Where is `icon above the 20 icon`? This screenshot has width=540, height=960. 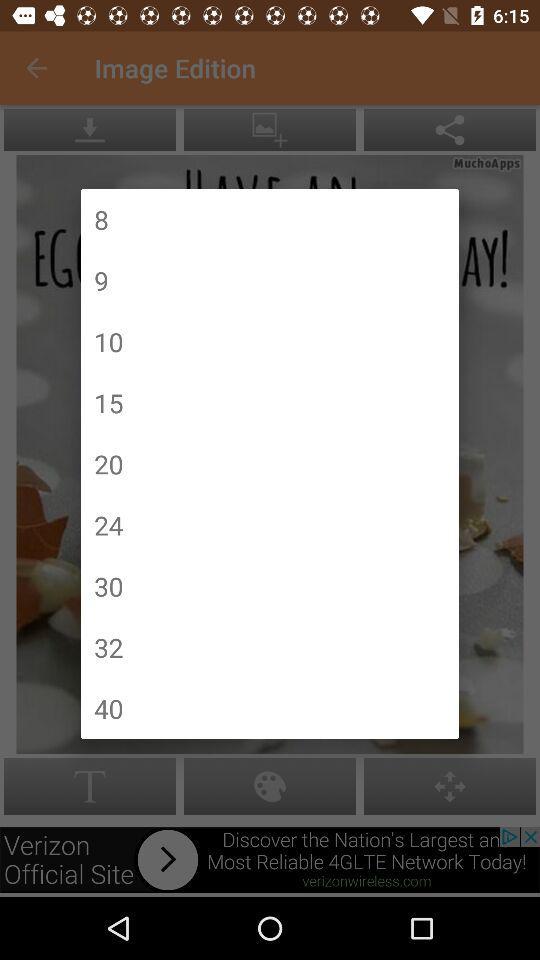
icon above the 20 icon is located at coordinates (108, 401).